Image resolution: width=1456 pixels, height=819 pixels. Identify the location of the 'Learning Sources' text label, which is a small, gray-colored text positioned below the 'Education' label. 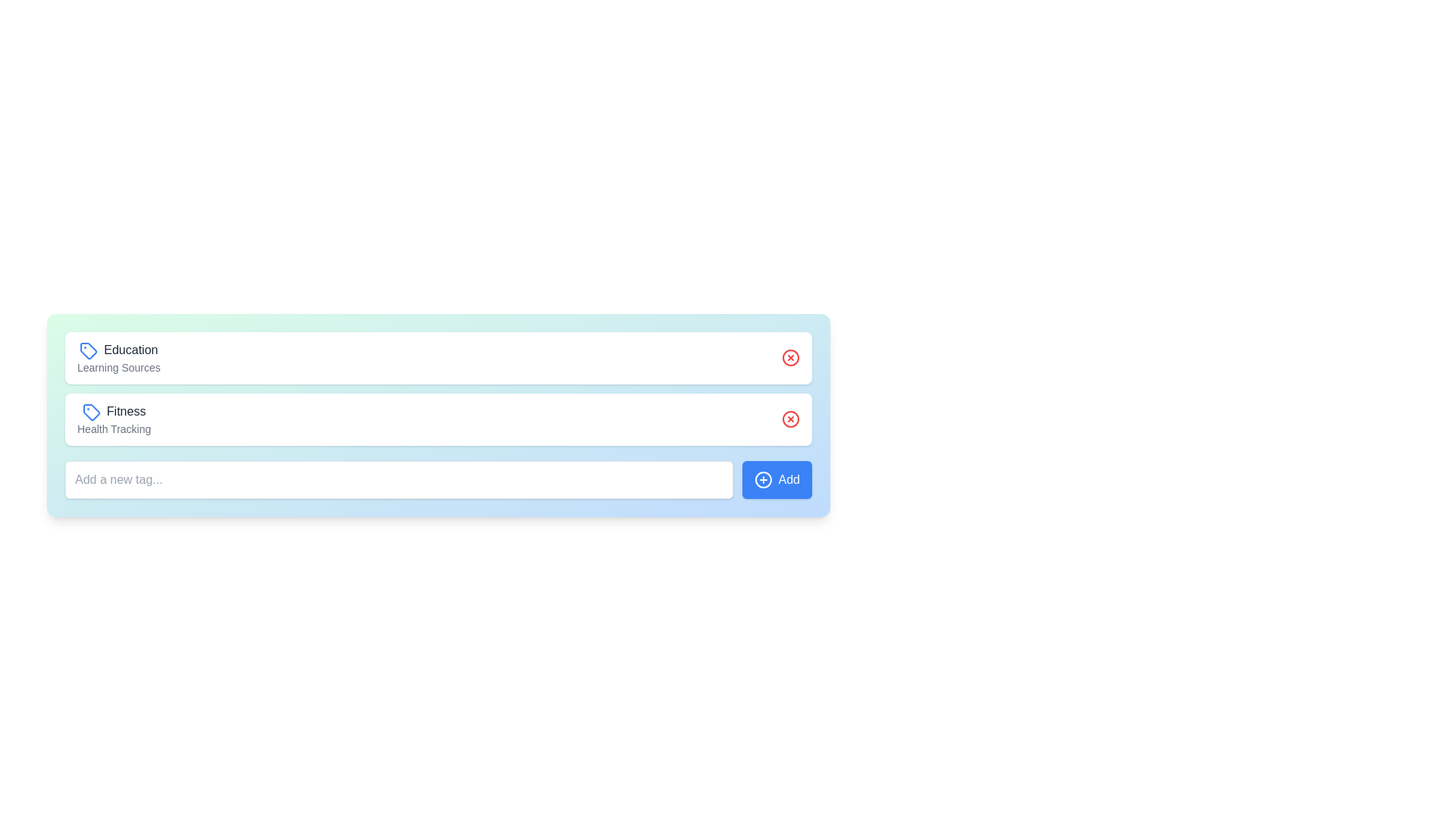
(118, 367).